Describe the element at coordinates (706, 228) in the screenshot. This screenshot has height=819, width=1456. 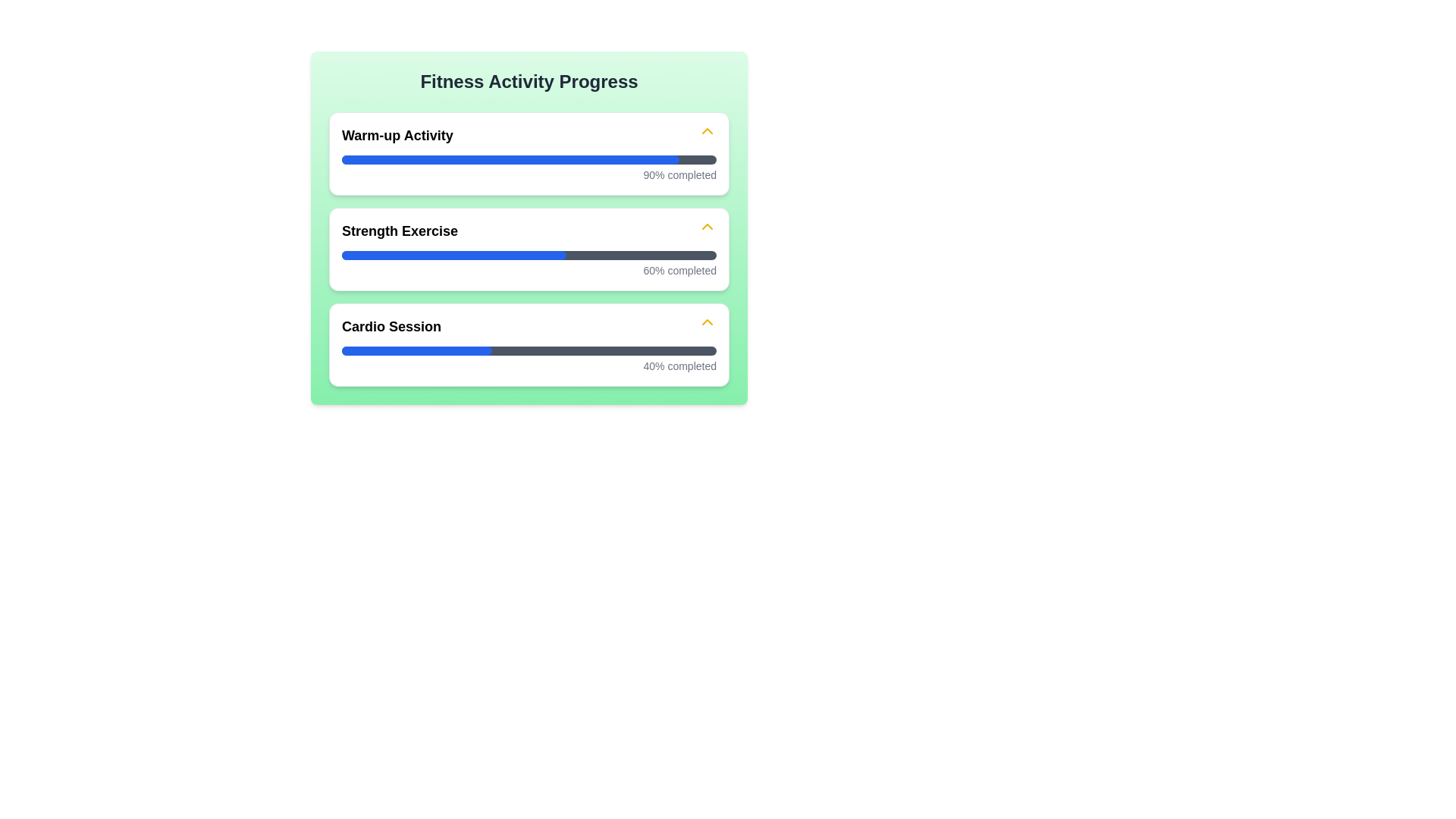
I see `the animation of the upward-pointing chevron icon styled in bold yellow color located adjacent to the 'Strength Exercise' header` at that location.